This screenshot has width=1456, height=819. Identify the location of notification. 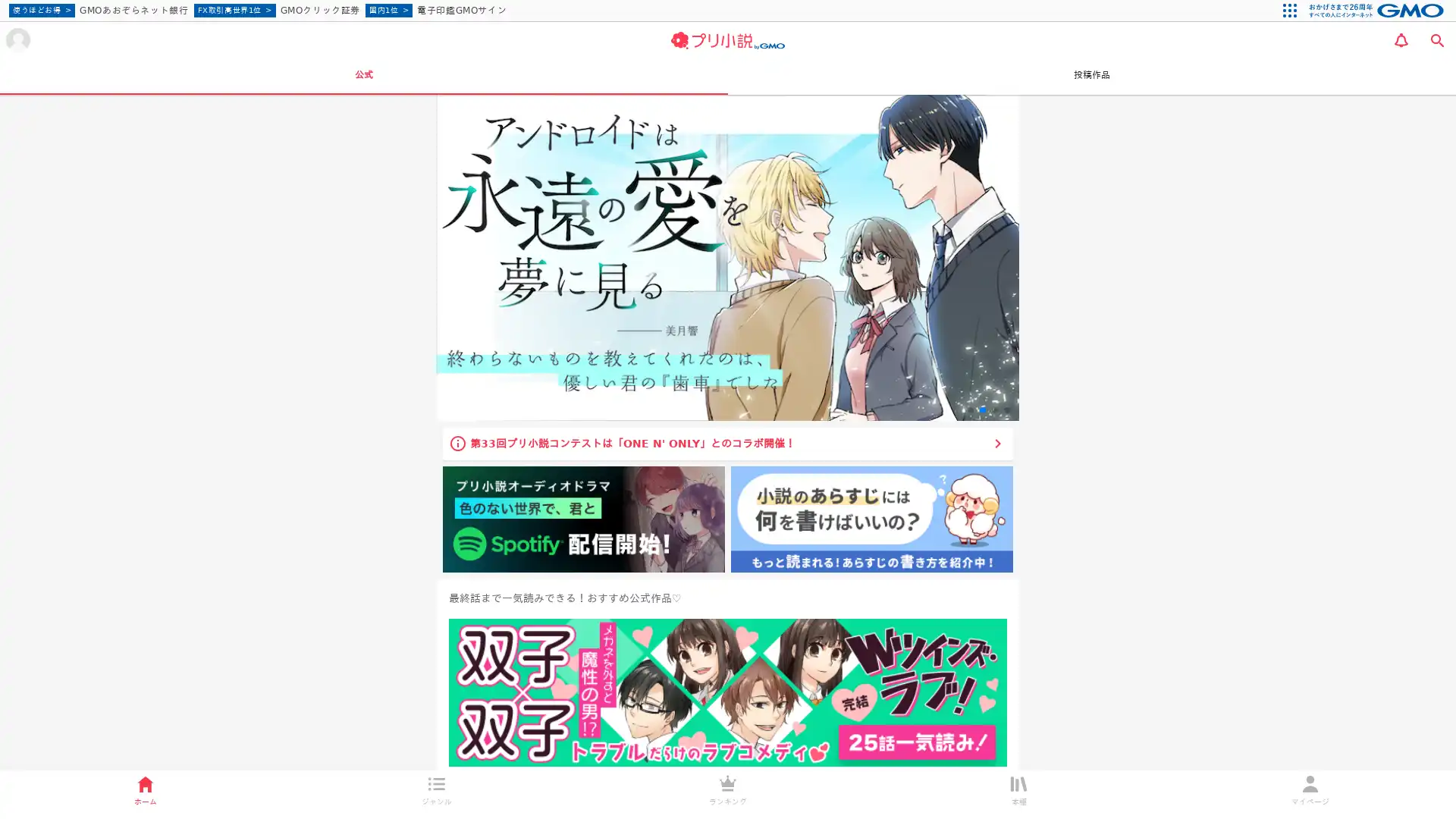
(1401, 39).